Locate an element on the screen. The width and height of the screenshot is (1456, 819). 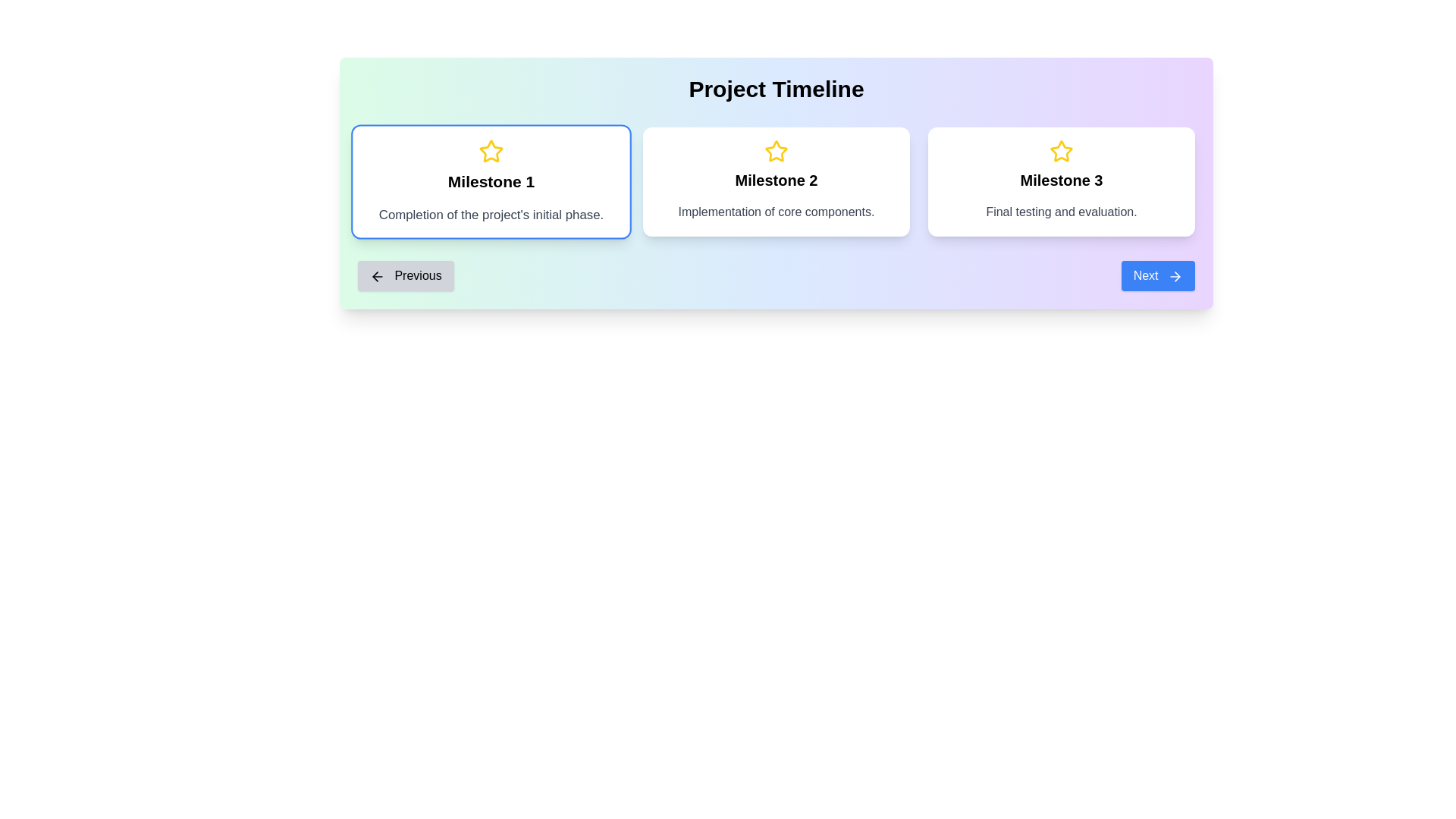
the visual indicator icon located at the top center of the 'Milestone 3' card to confirm its completion and importance is located at coordinates (1061, 152).